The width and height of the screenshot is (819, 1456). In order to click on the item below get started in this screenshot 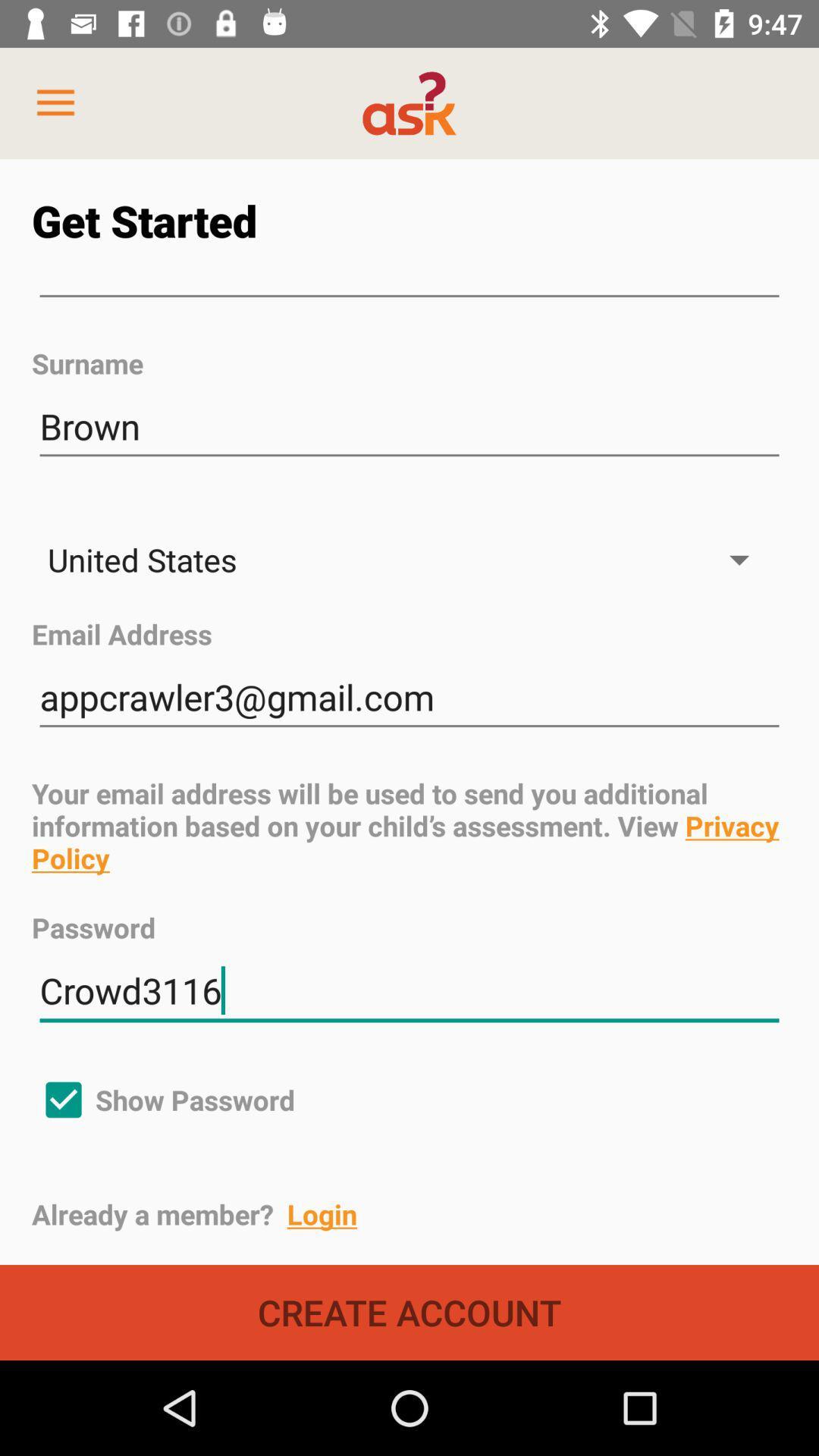, I will do `click(409, 297)`.